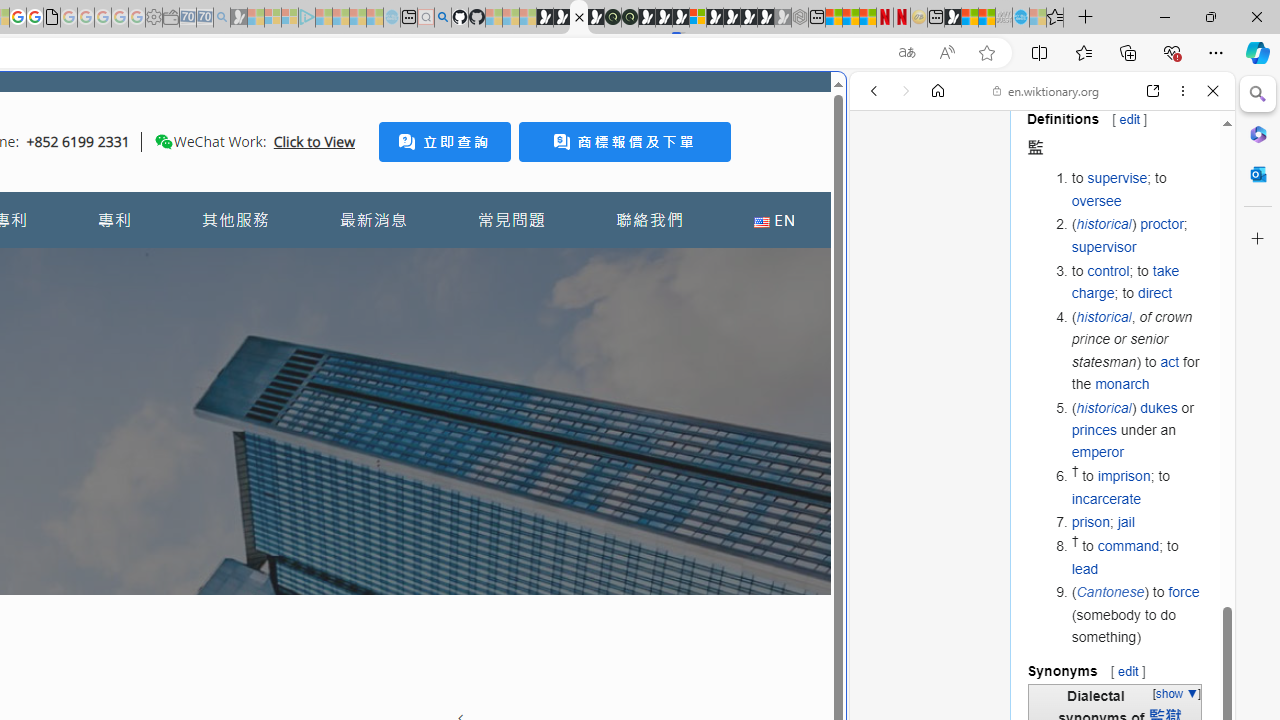 The width and height of the screenshot is (1280, 720). Describe the element at coordinates (238, 17) in the screenshot. I see `'Microsoft Start Gaming - Sleeping'` at that location.